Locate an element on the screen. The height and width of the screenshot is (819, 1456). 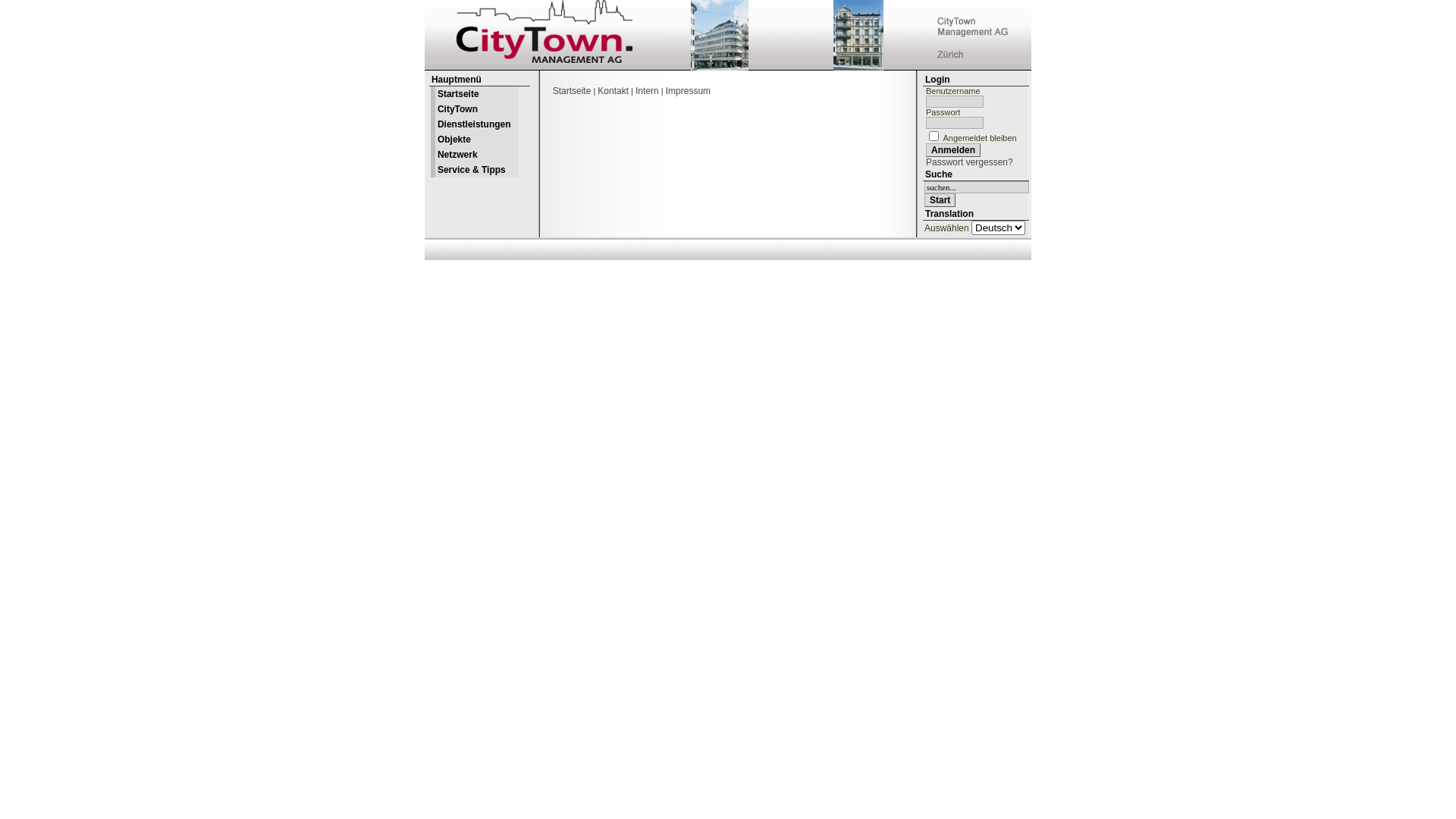
'Start' is located at coordinates (939, 199).